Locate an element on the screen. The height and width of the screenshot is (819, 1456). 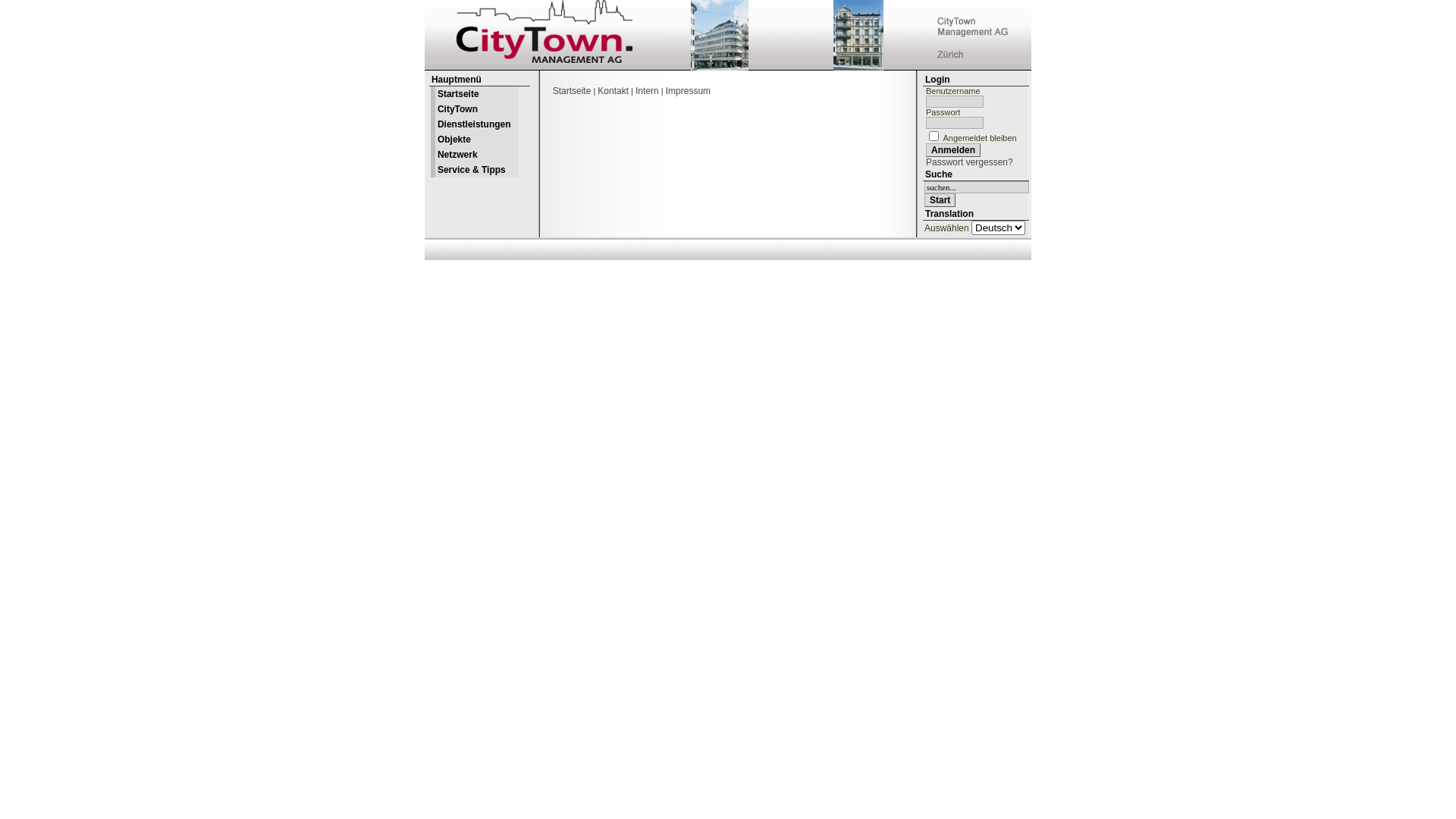
'Start' is located at coordinates (939, 199).